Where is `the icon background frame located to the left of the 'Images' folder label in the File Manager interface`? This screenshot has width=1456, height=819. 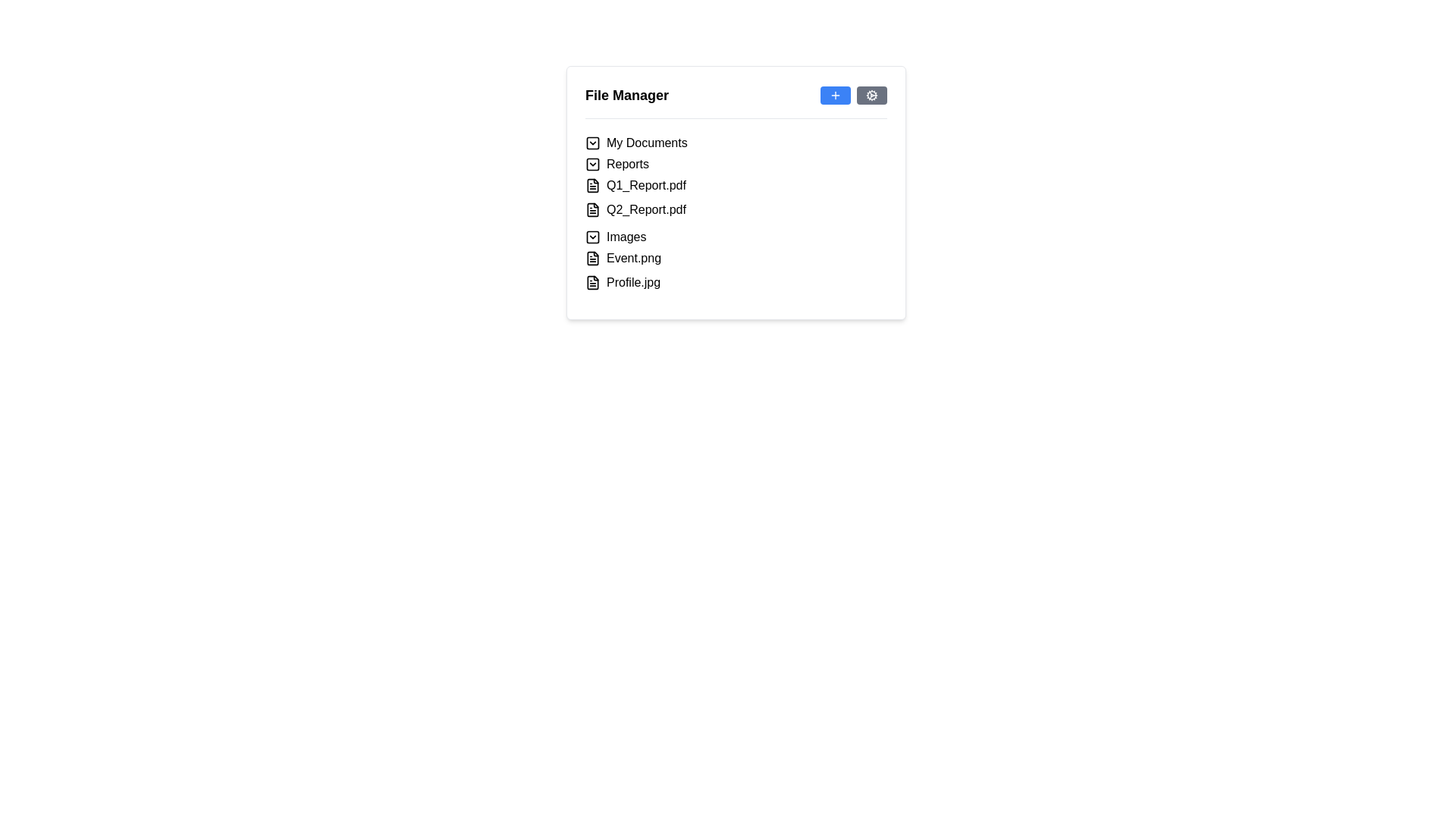 the icon background frame located to the left of the 'Images' folder label in the File Manager interface is located at coordinates (592, 237).